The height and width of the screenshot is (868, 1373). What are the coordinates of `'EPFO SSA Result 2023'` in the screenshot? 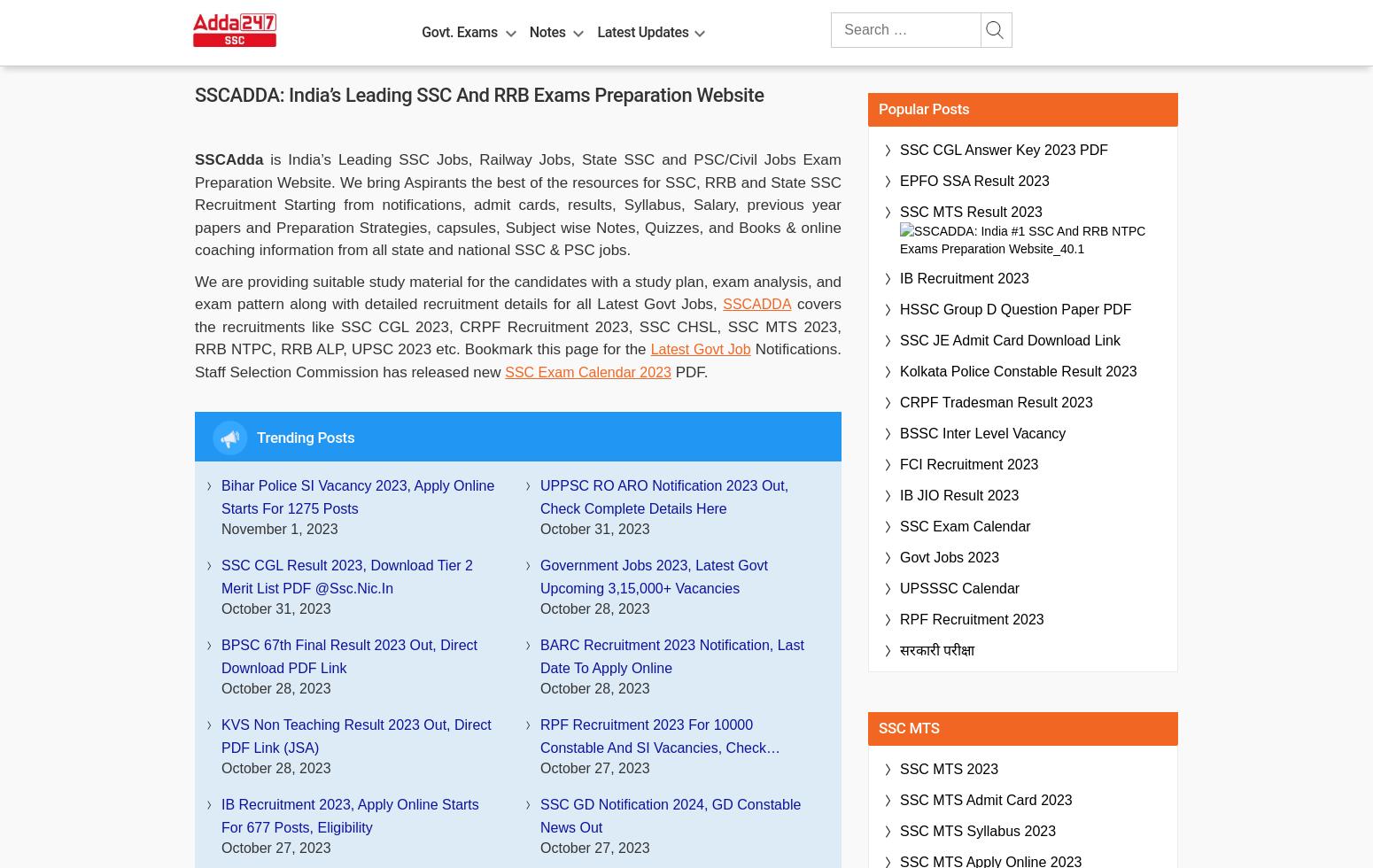 It's located at (900, 181).